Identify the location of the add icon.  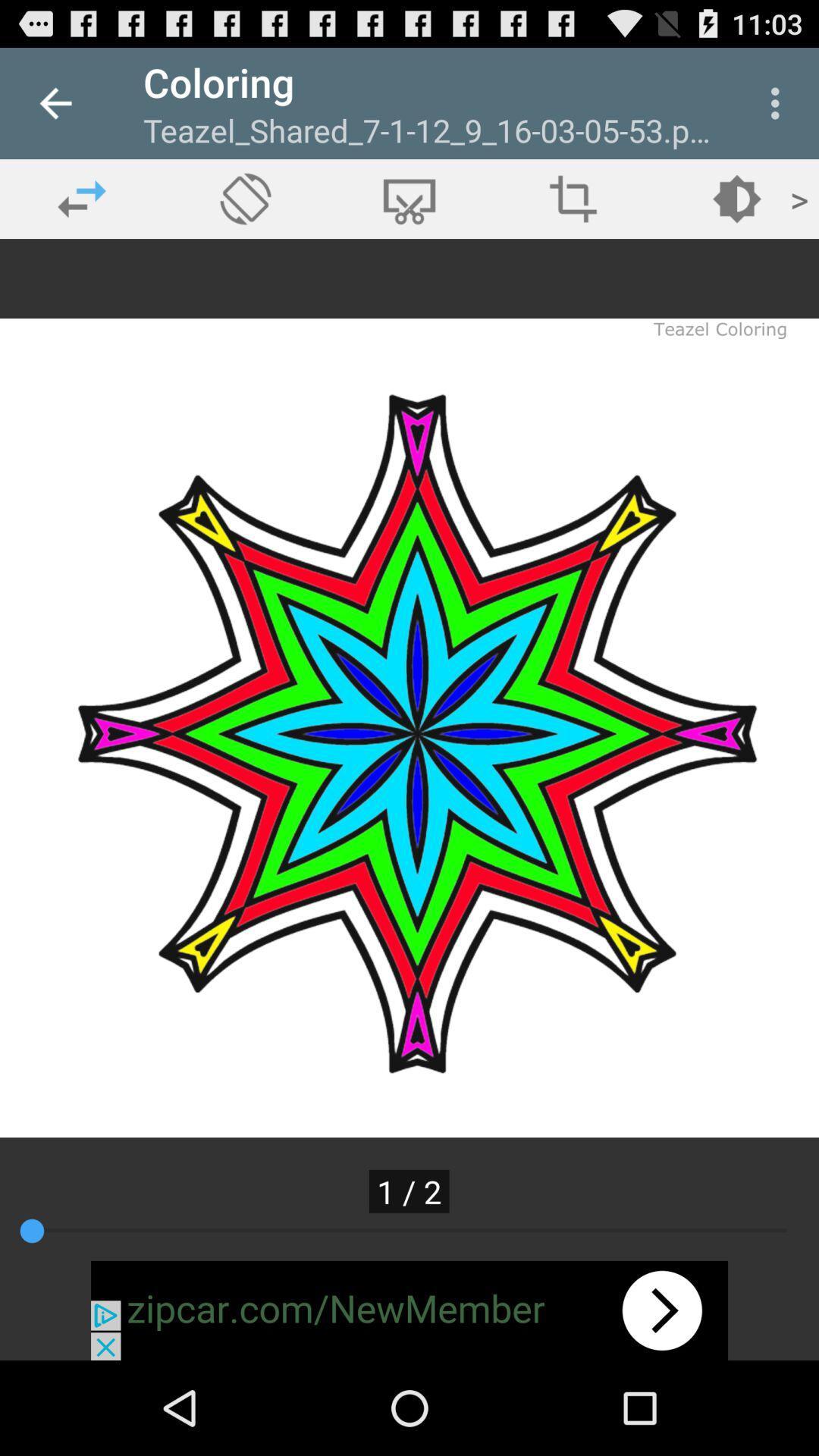
(573, 198).